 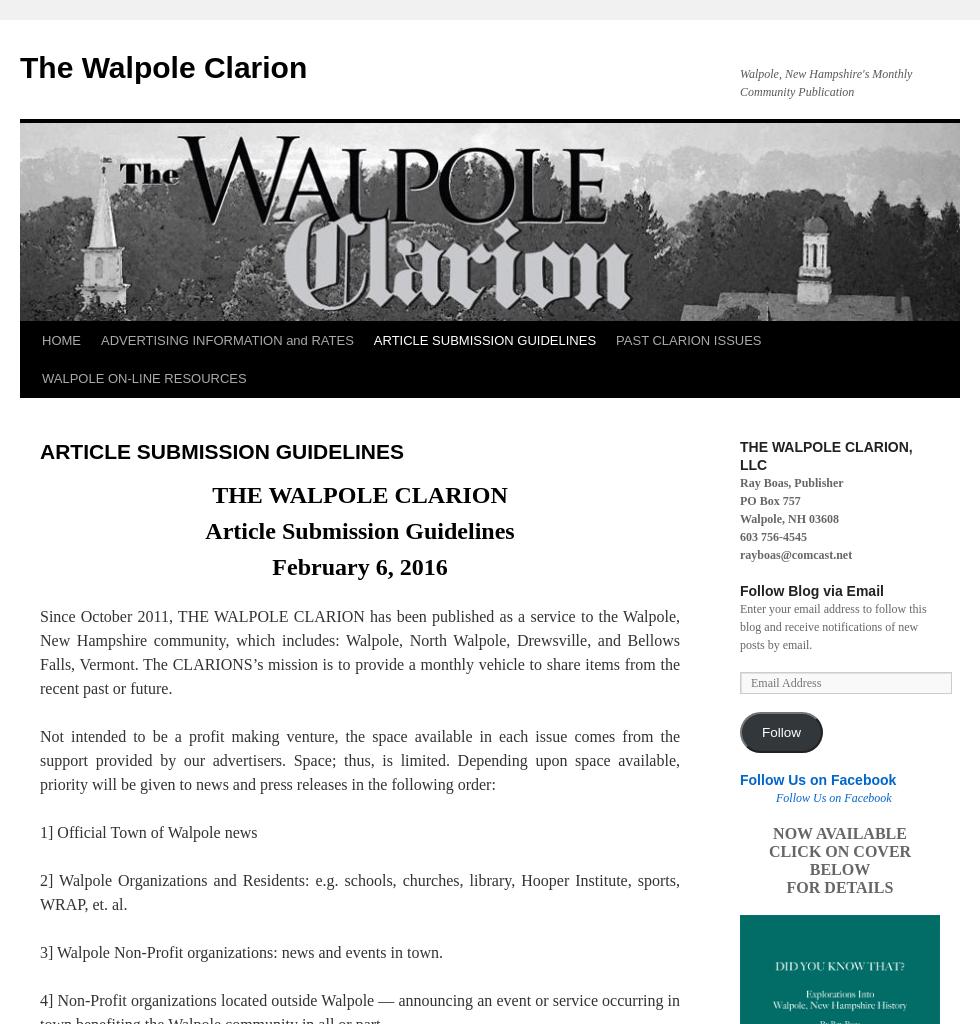 I want to click on 'February 6, 2016', so click(x=359, y=565).